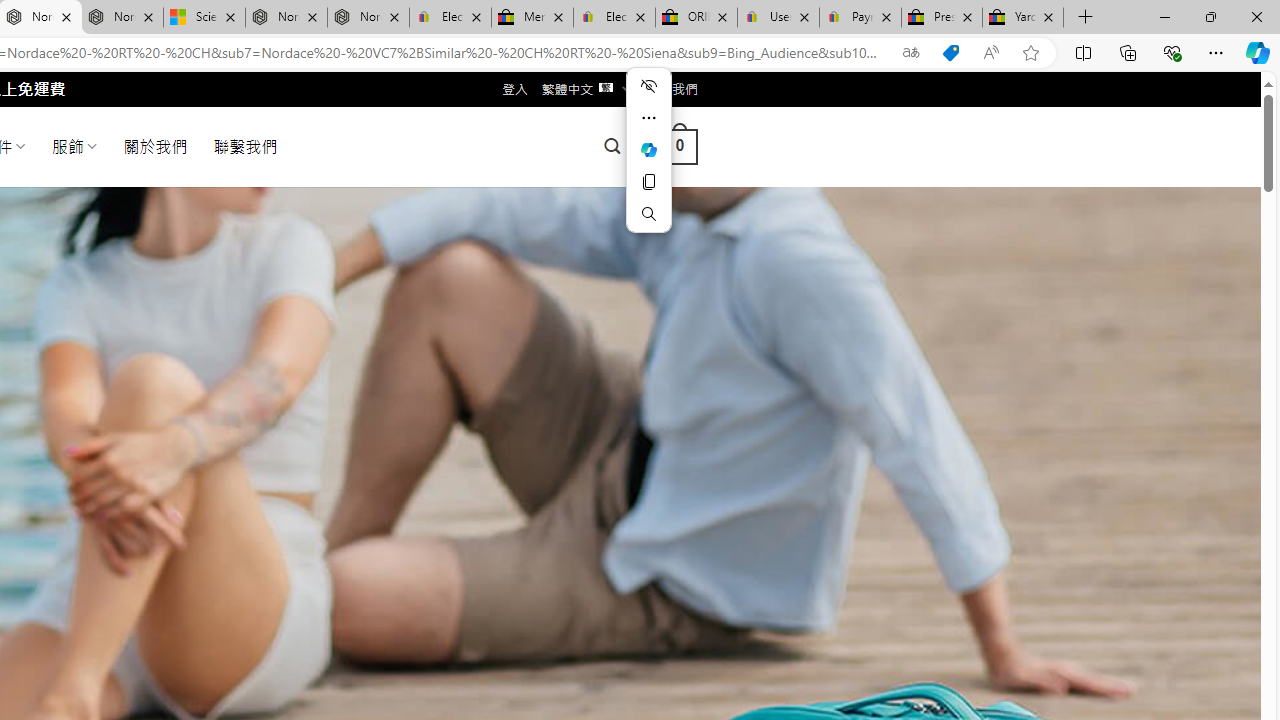 The height and width of the screenshot is (720, 1280). Describe the element at coordinates (285, 17) in the screenshot. I see `'Nordace - Summer Adventures 2024'` at that location.